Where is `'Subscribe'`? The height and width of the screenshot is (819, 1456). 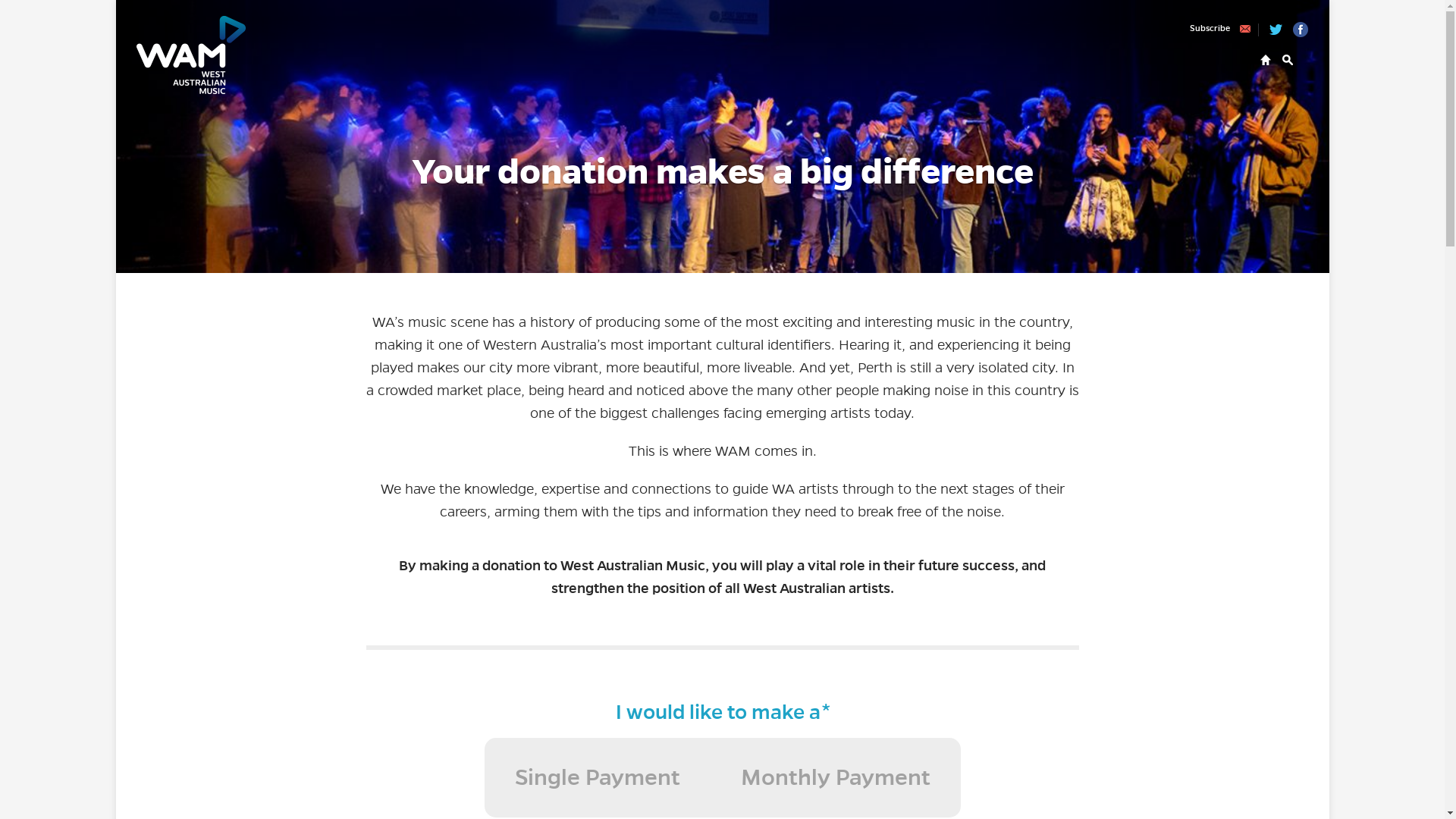 'Subscribe' is located at coordinates (1224, 30).